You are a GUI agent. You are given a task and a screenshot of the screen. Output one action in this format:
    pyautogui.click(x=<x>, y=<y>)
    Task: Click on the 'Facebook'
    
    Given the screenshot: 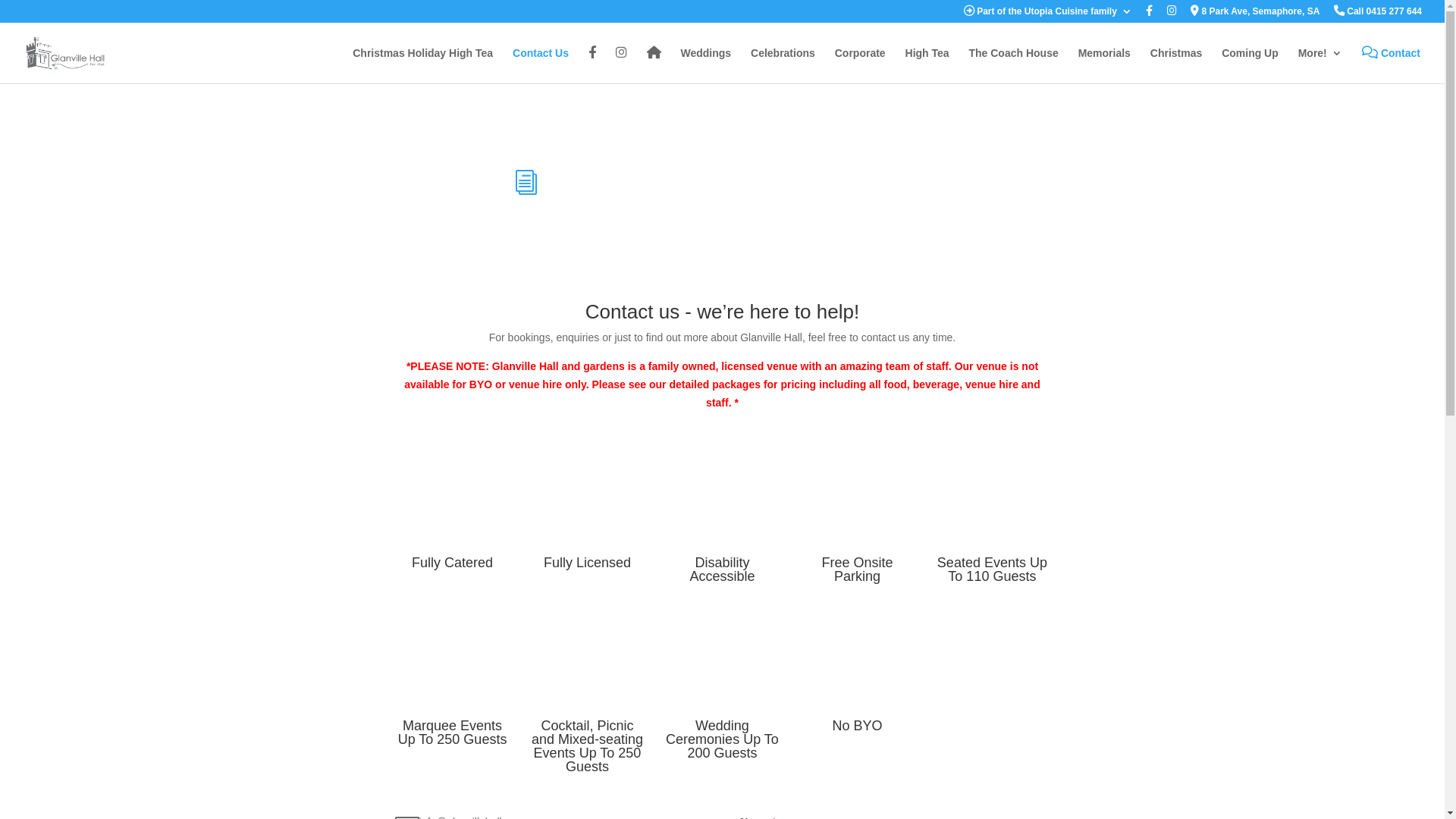 What is the action you would take?
    pyautogui.click(x=1146, y=14)
    